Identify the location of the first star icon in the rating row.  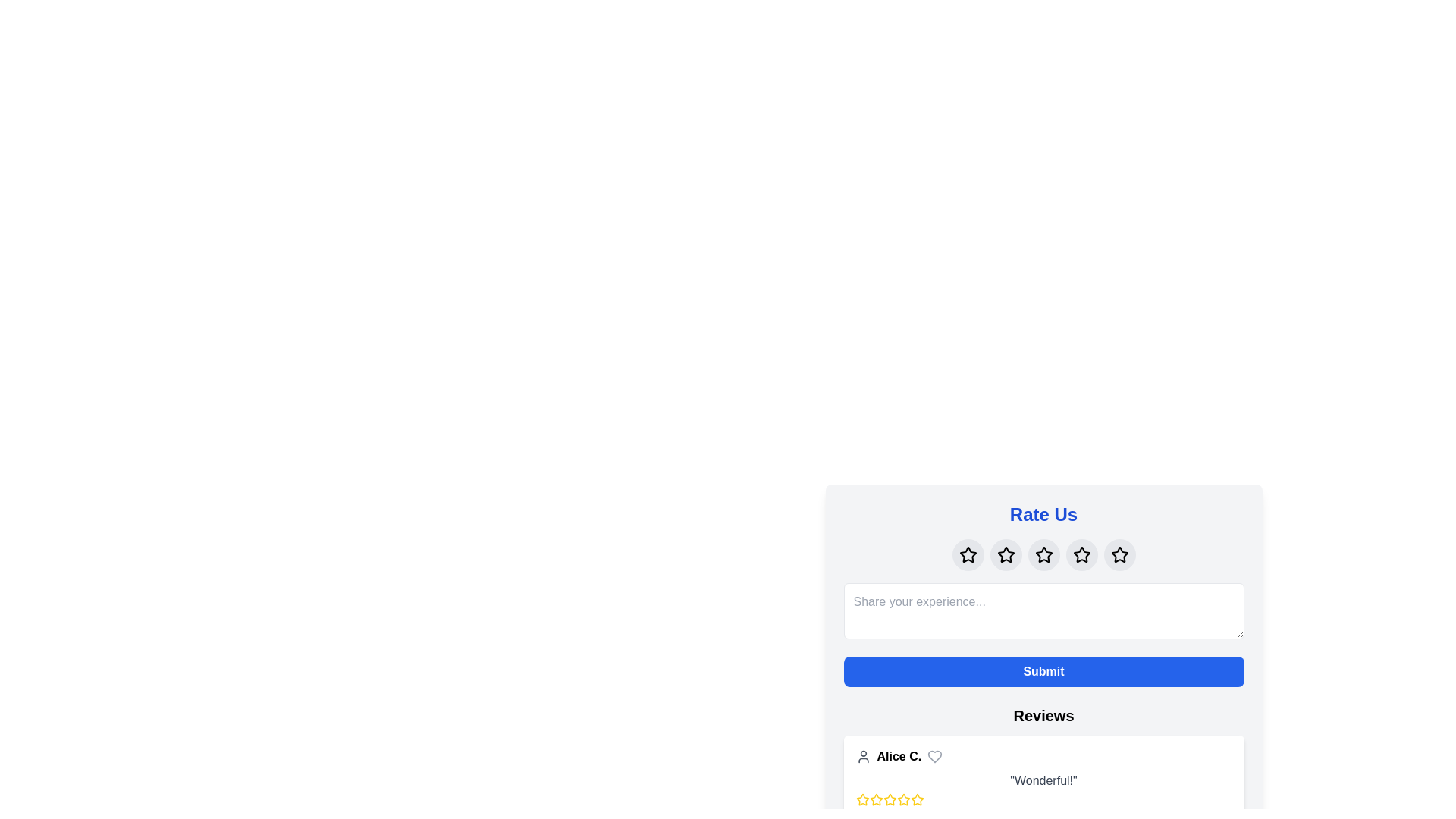
(862, 799).